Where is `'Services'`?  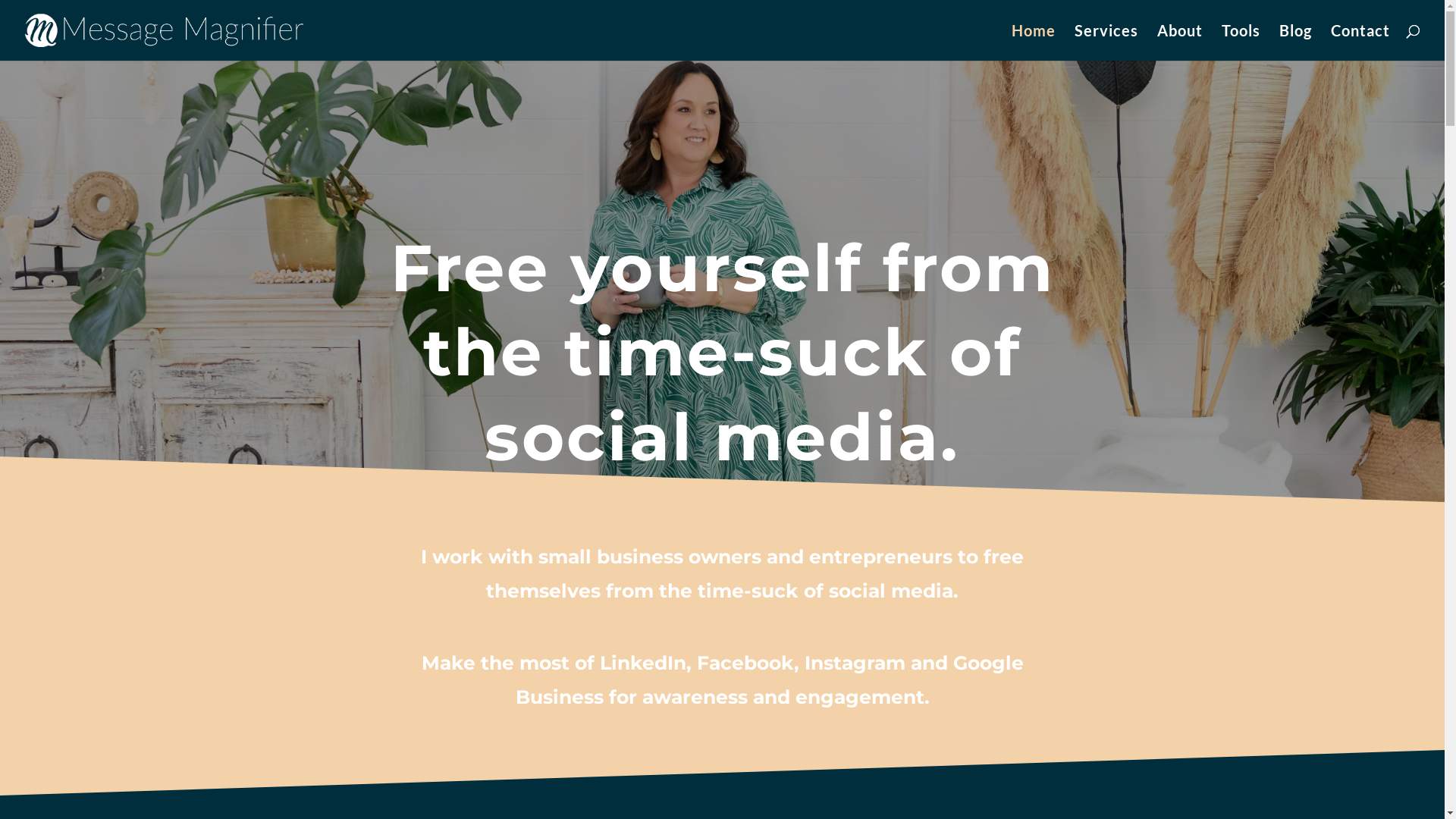
'Services' is located at coordinates (1106, 42).